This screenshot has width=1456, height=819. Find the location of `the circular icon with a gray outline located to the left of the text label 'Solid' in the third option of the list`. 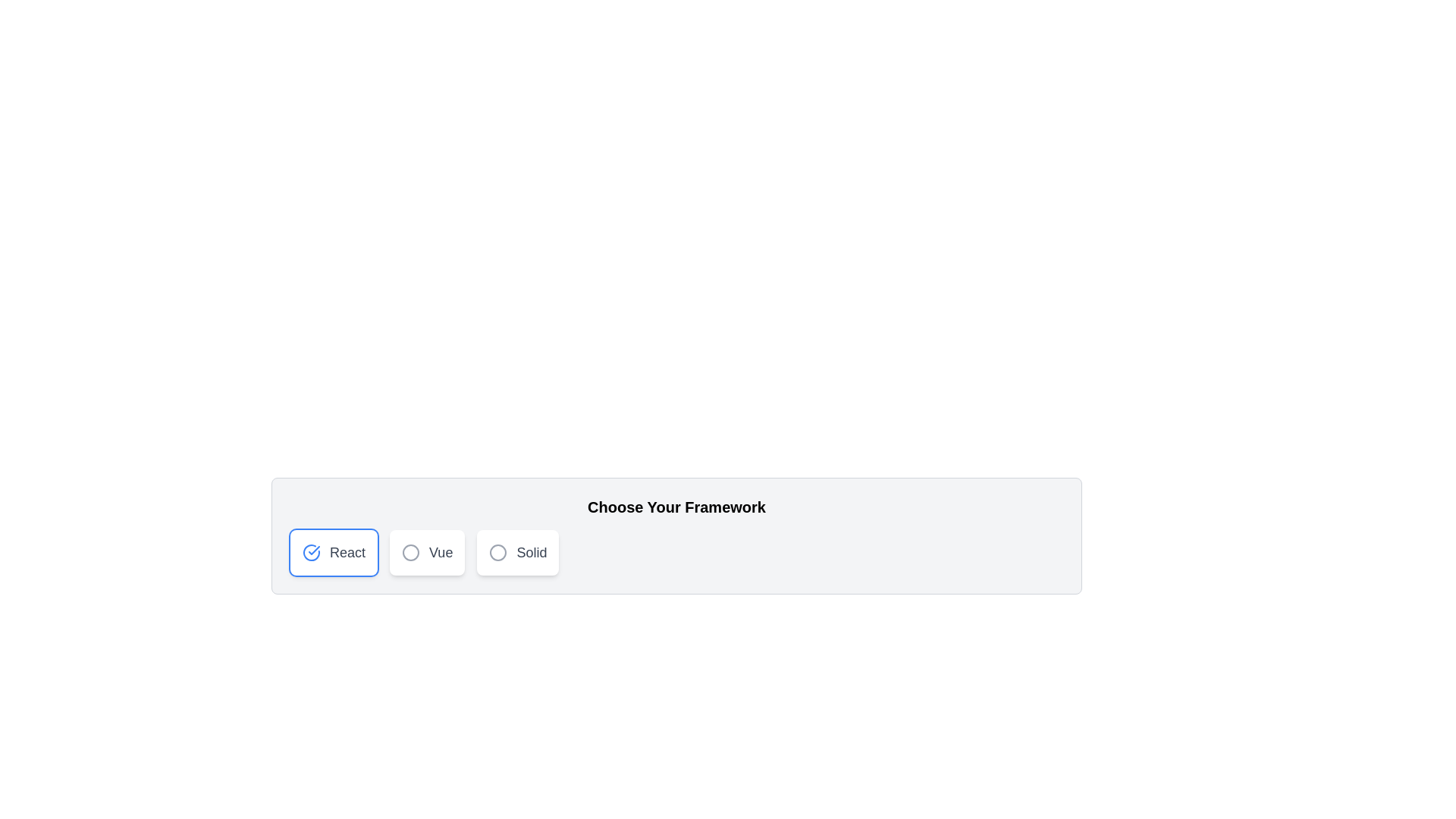

the circular icon with a gray outline located to the left of the text label 'Solid' in the third option of the list is located at coordinates (498, 553).